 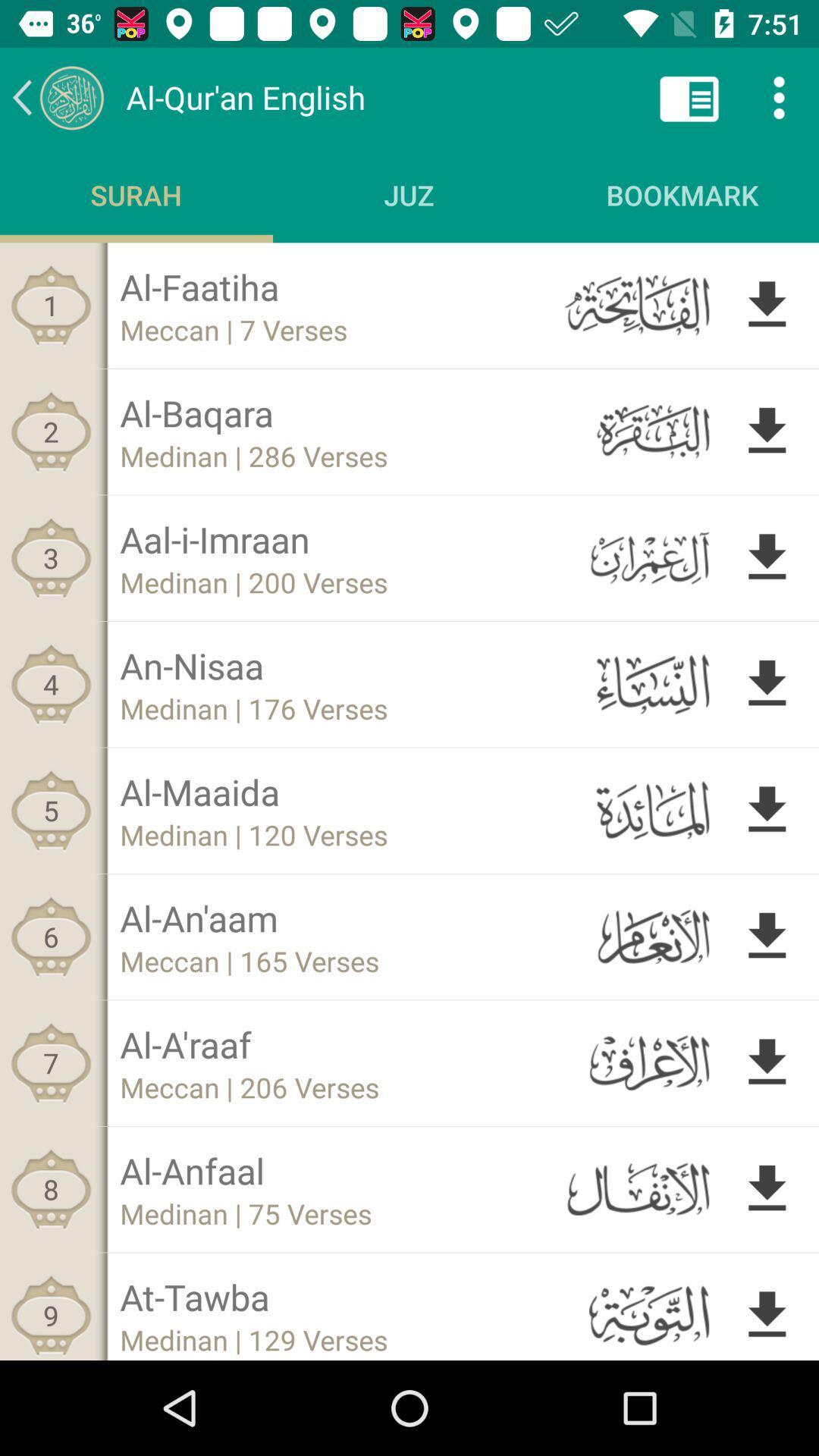 What do you see at coordinates (767, 809) in the screenshot?
I see `download` at bounding box center [767, 809].